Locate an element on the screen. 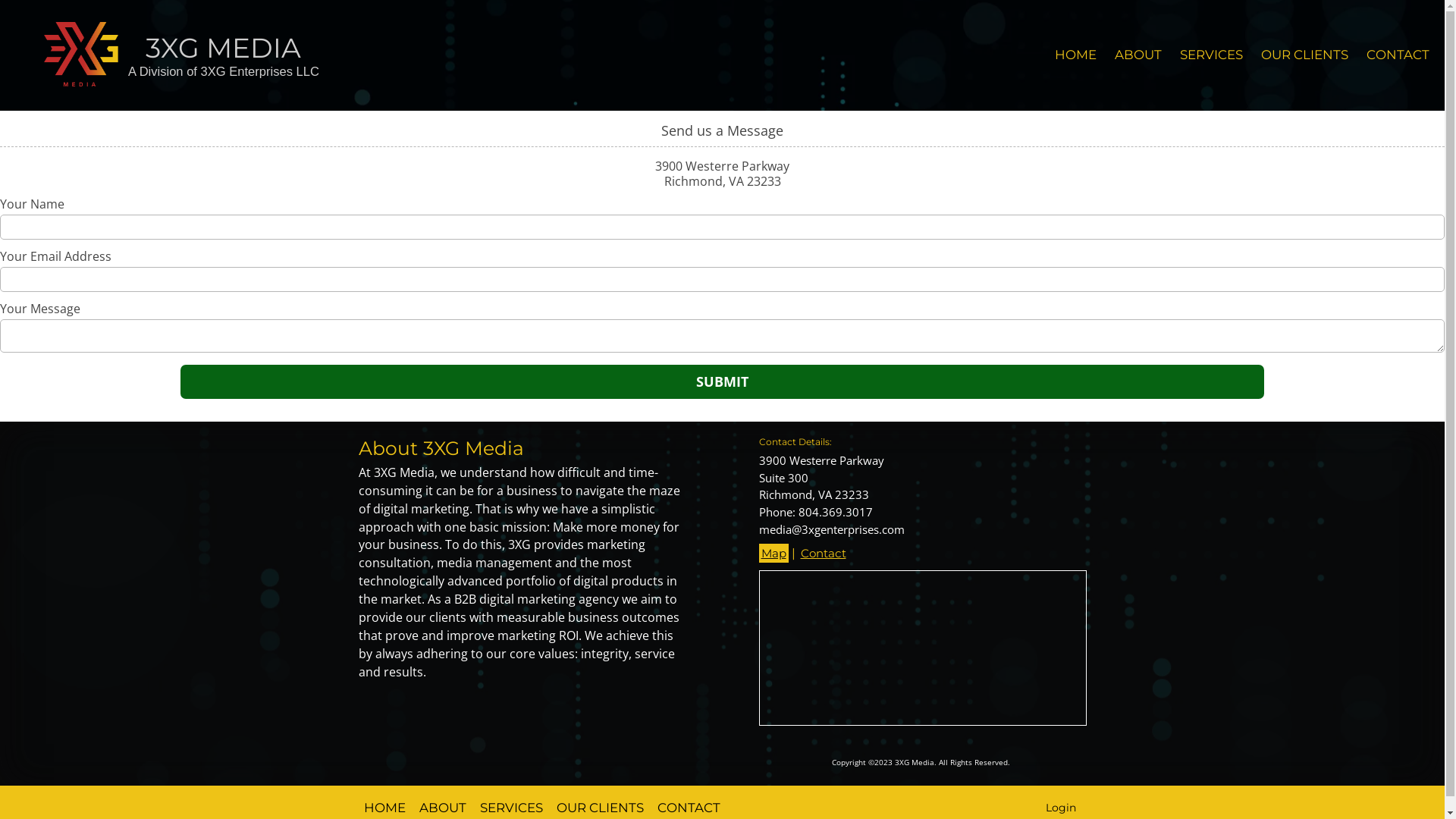  'Contact' is located at coordinates (821, 553).